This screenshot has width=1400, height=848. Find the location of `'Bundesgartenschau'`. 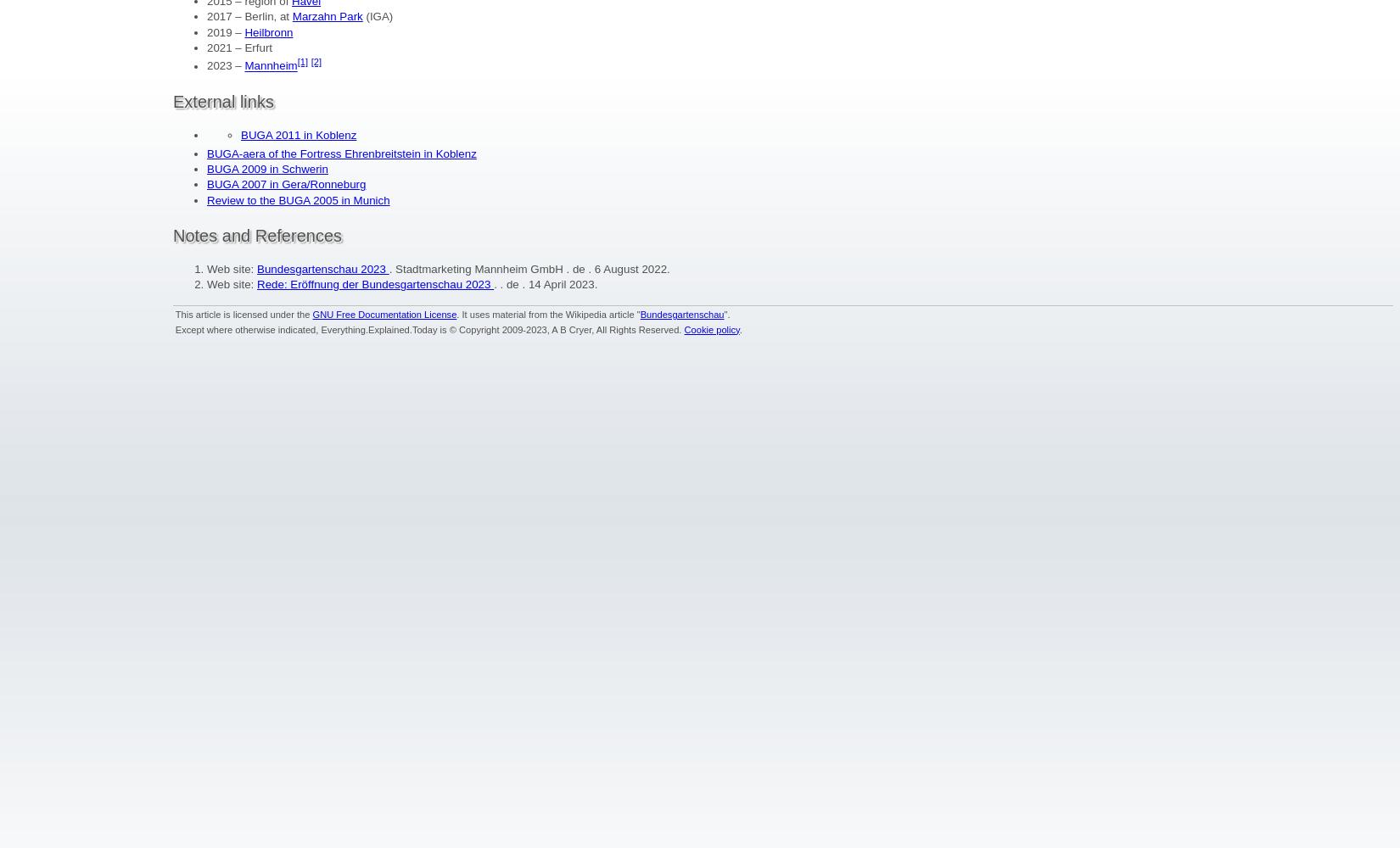

'Bundesgartenschau' is located at coordinates (639, 314).